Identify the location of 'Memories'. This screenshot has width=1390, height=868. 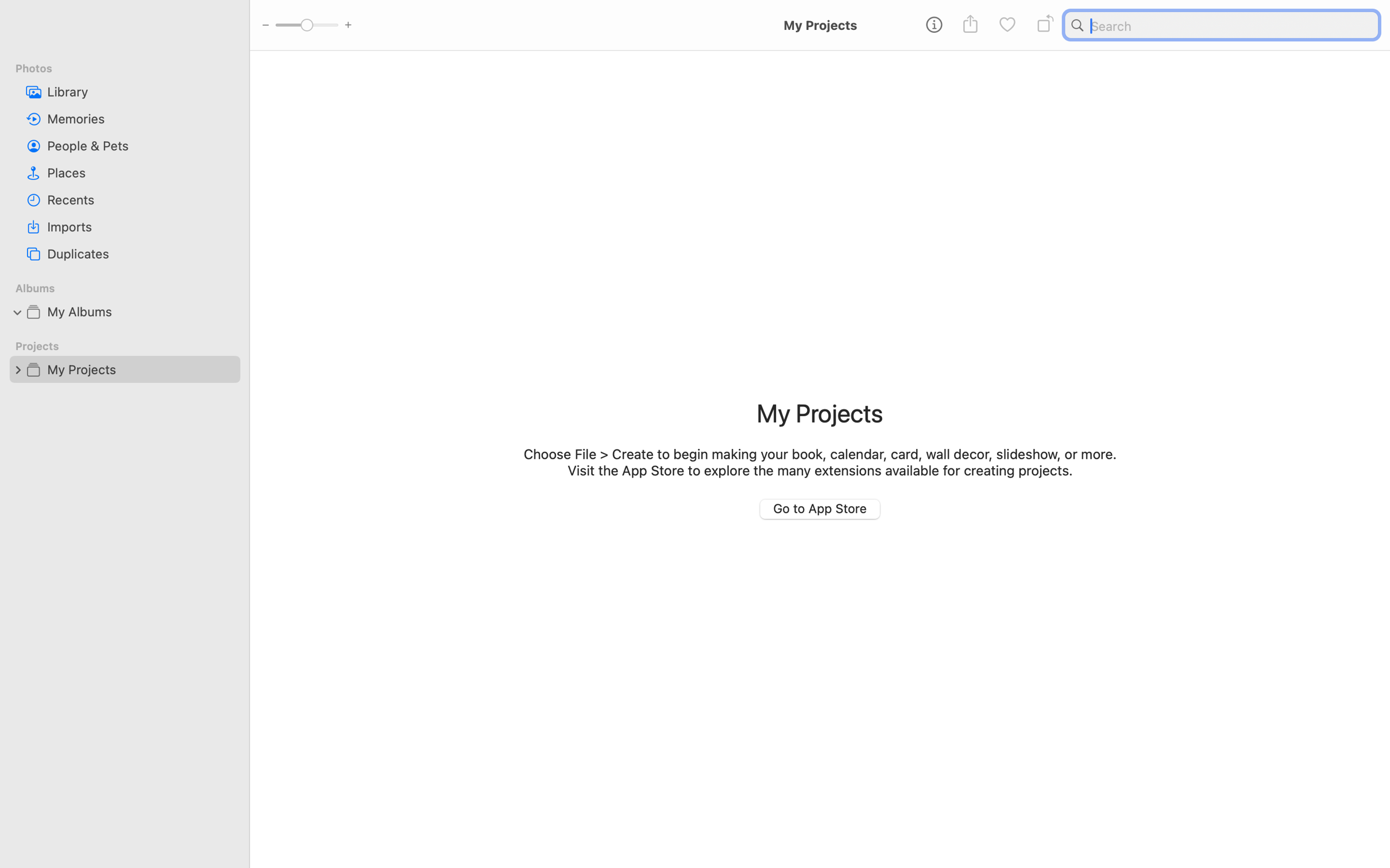
(140, 118).